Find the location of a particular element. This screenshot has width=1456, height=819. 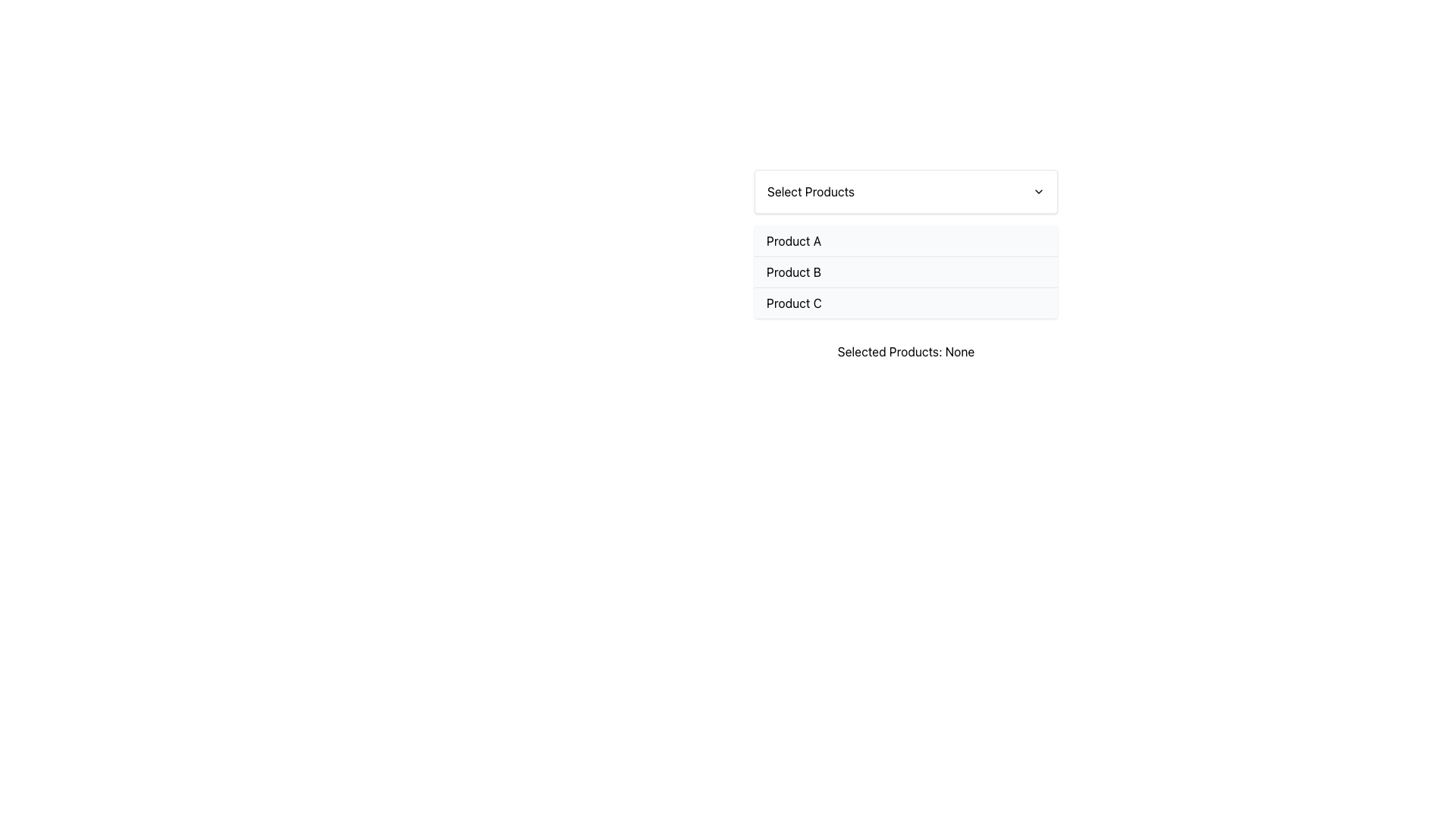

displayed text from the static text label that shows 'Selected Products: None', located at the bottom of the product list is located at coordinates (906, 351).